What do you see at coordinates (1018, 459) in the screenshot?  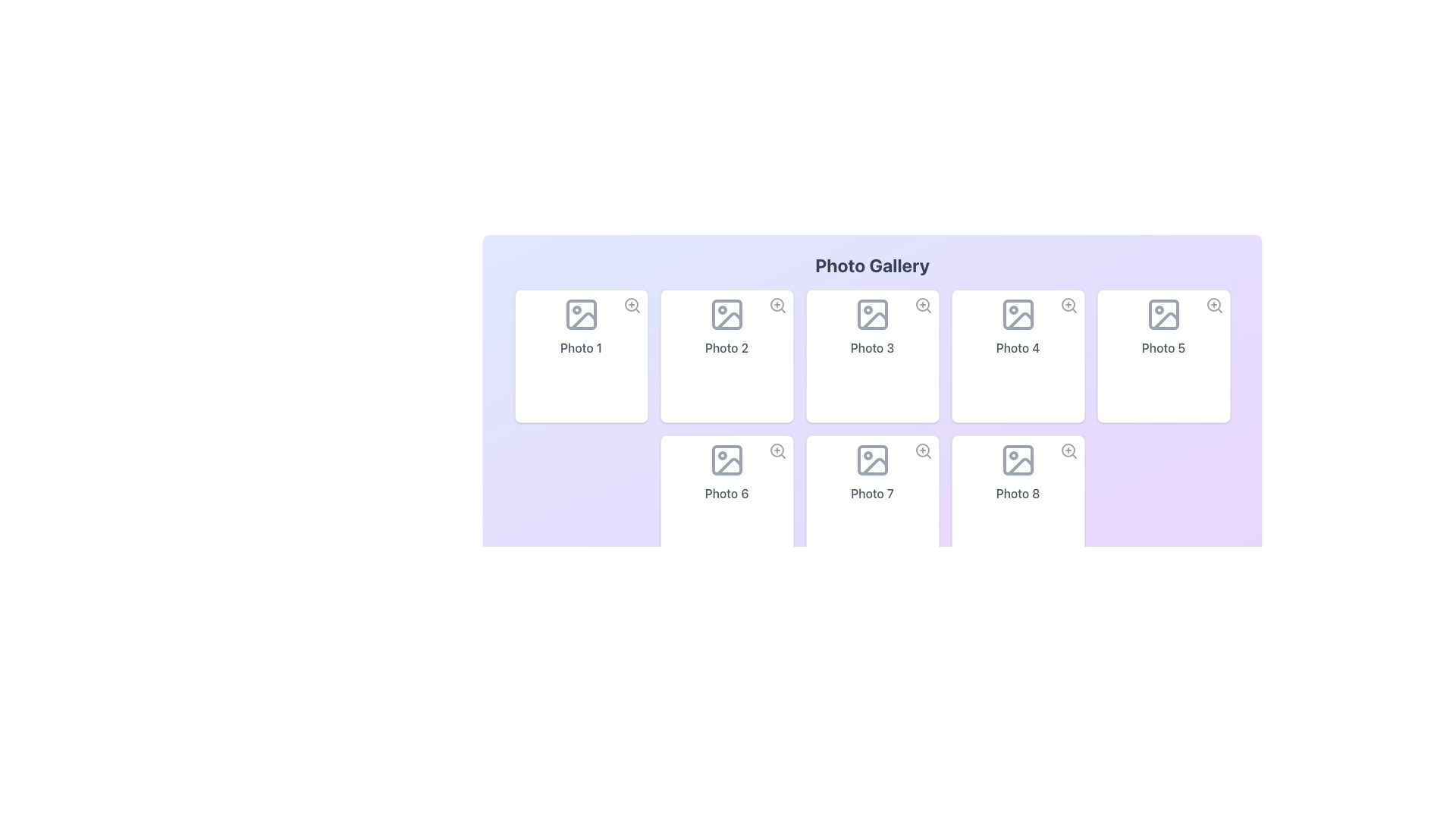 I see `the SVG icon representing an image located in the bottom-right card labeled 'Photo 8' in the photo gallery interface` at bounding box center [1018, 459].